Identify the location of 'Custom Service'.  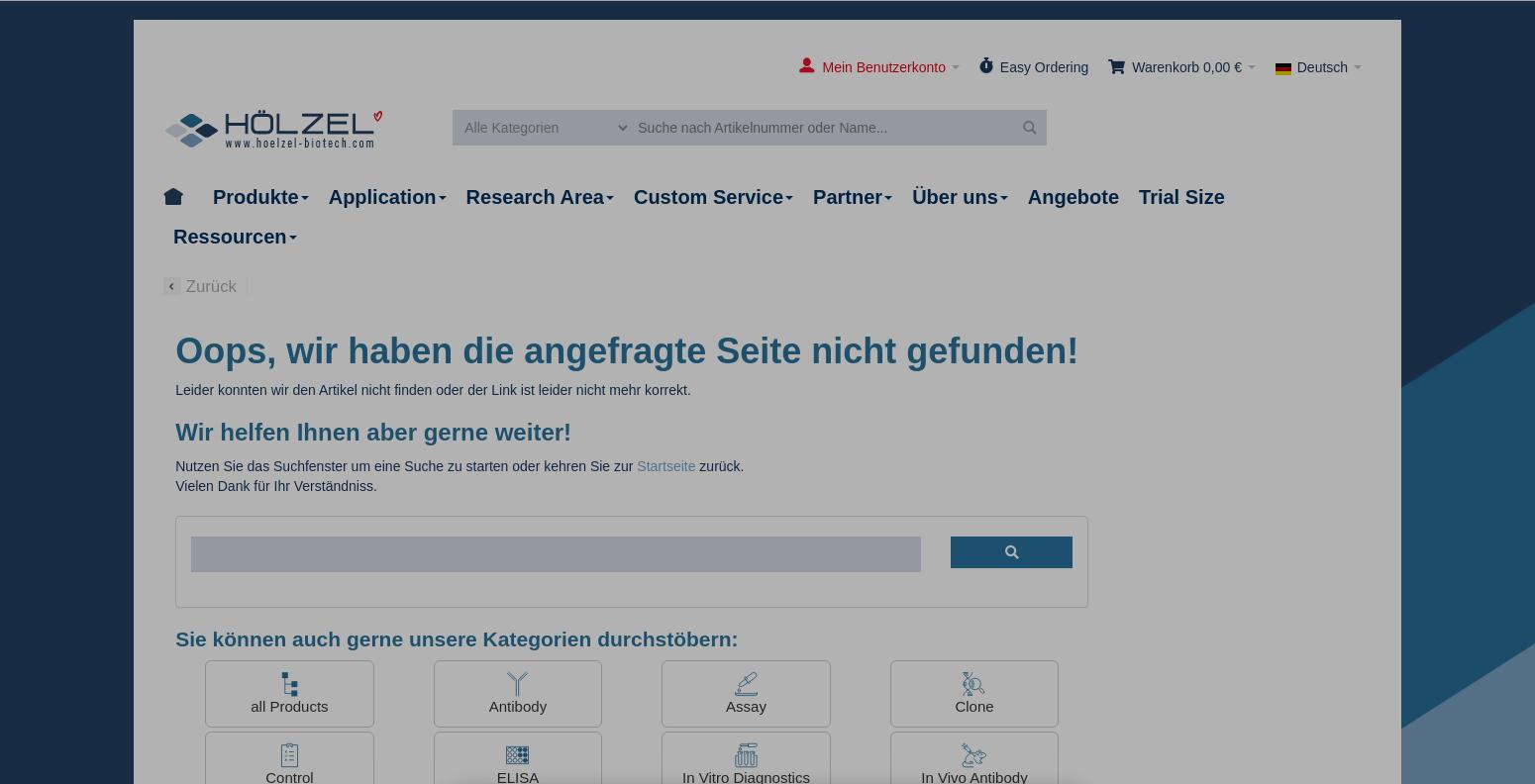
(708, 196).